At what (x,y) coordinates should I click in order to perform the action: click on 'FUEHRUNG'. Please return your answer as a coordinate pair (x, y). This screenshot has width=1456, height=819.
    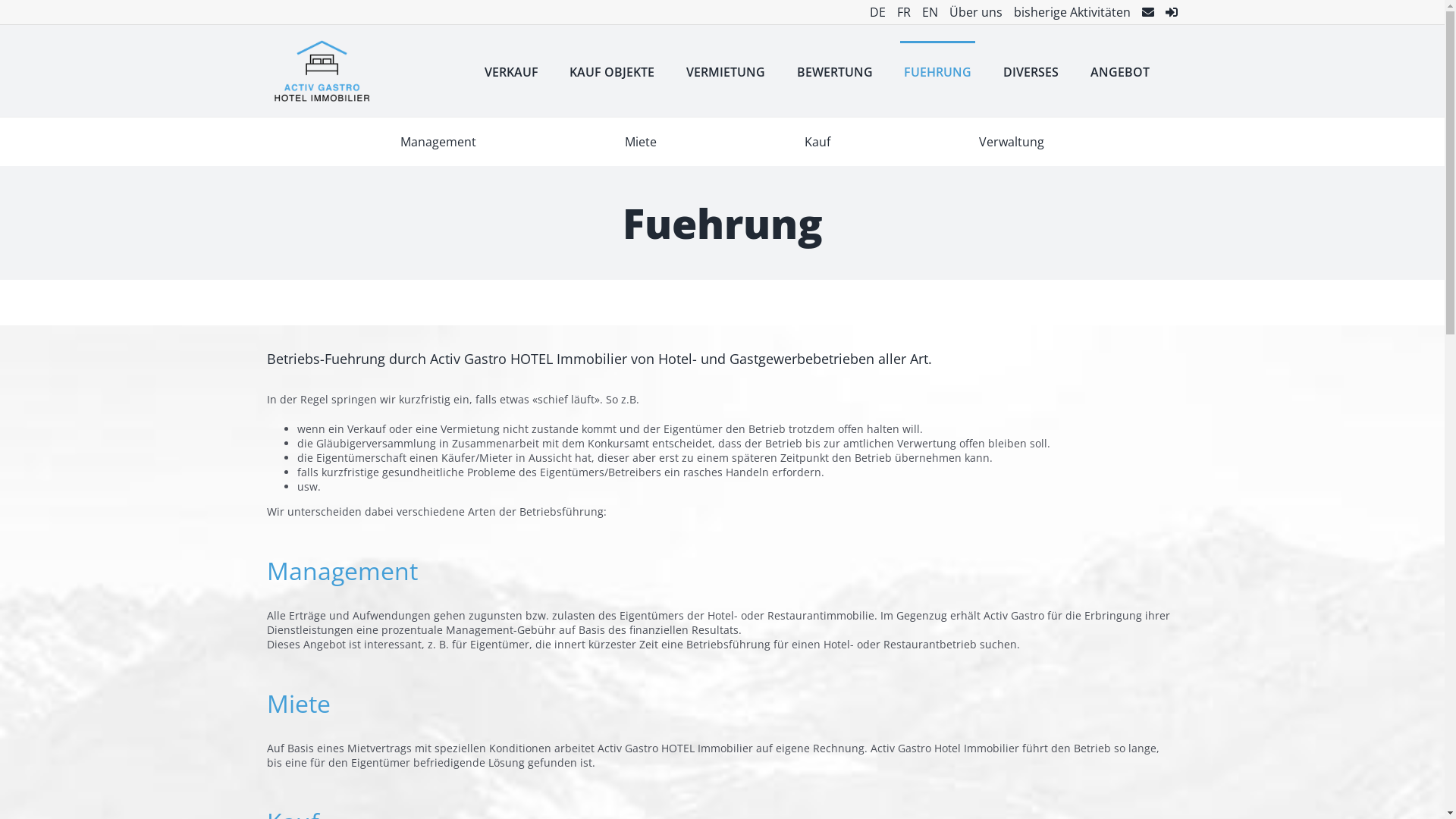
    Looking at the image, I should click on (937, 71).